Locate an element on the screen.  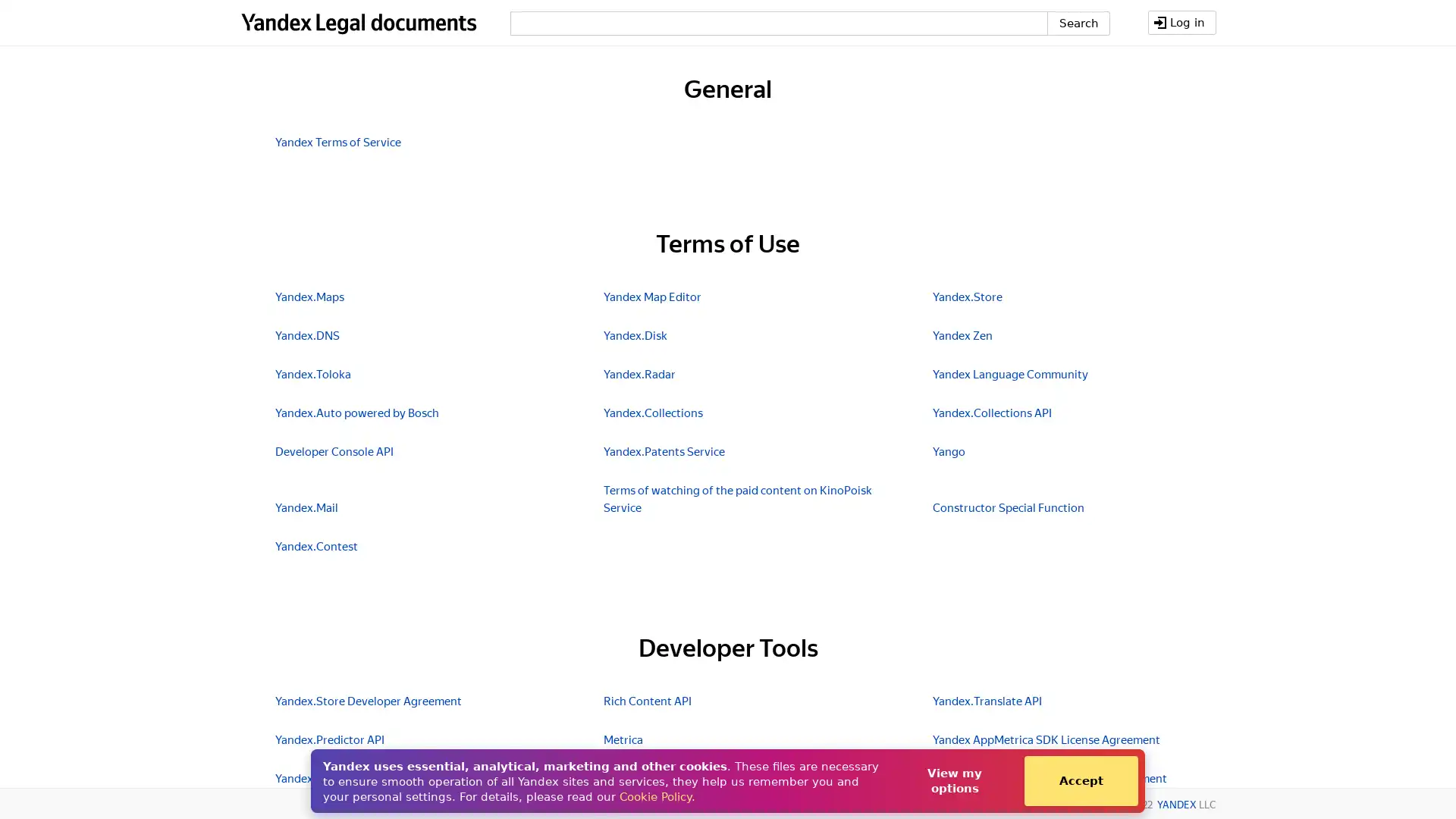
Accept is located at coordinates (1080, 780).